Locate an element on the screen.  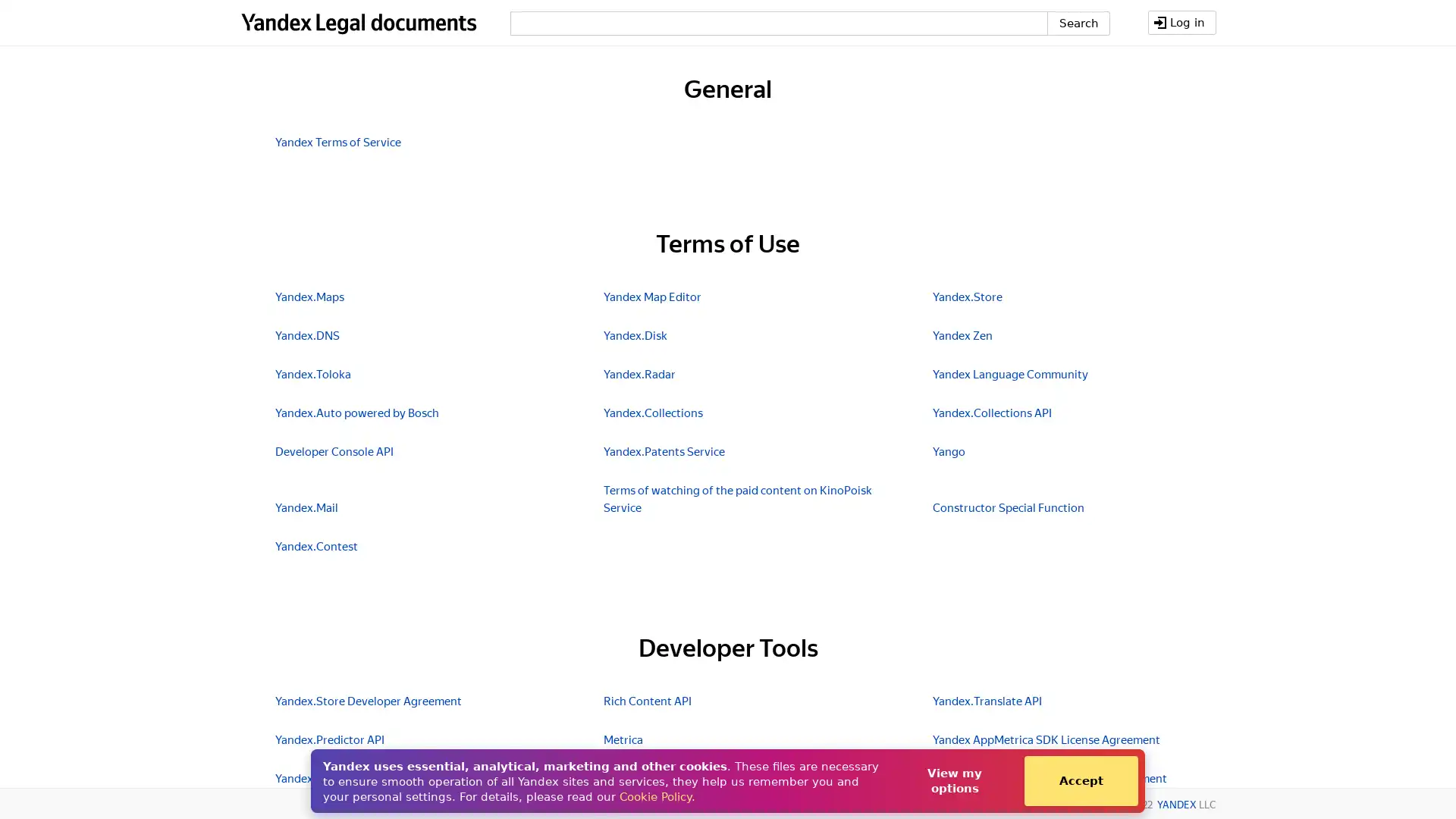
Accept is located at coordinates (1080, 780).